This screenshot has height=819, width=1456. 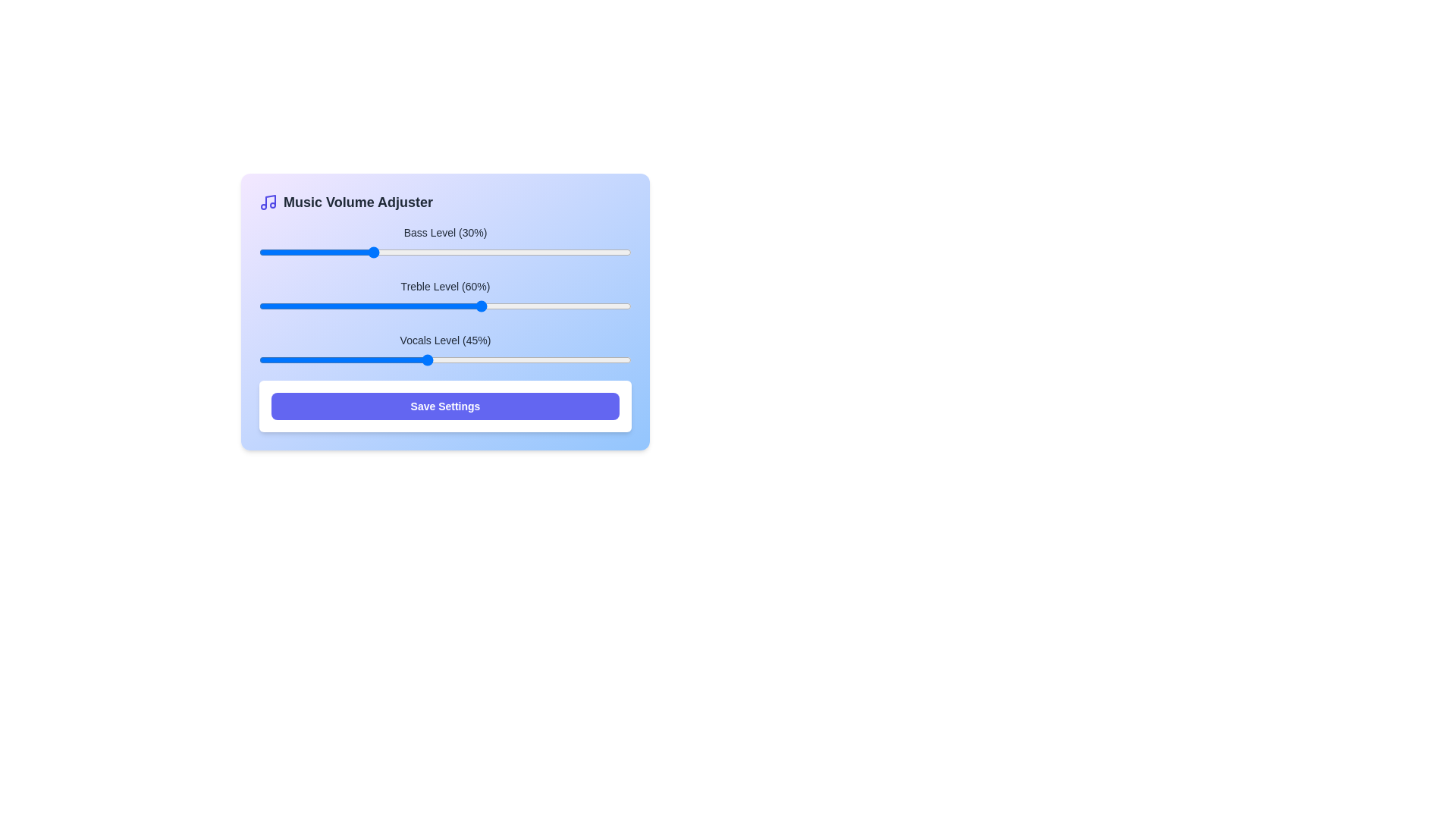 What do you see at coordinates (444, 297) in the screenshot?
I see `the second horizontal slider labeled 'Treble Level (60%)' in the group of volume sliders for additional information` at bounding box center [444, 297].